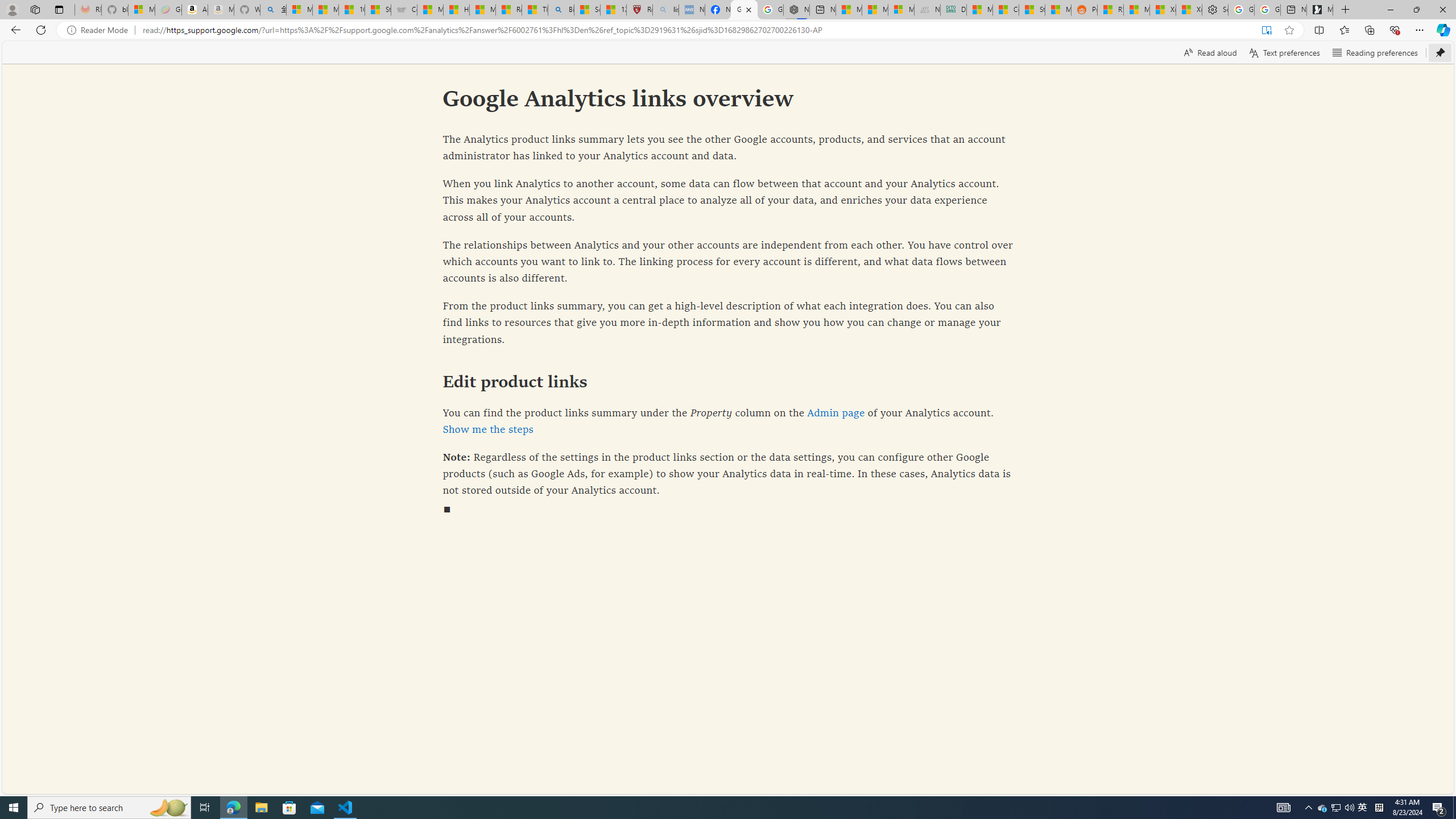 The image size is (1456, 819). Describe the element at coordinates (1110, 9) in the screenshot. I see `'R******* | Trusted Community Engagement and Contributions'` at that location.